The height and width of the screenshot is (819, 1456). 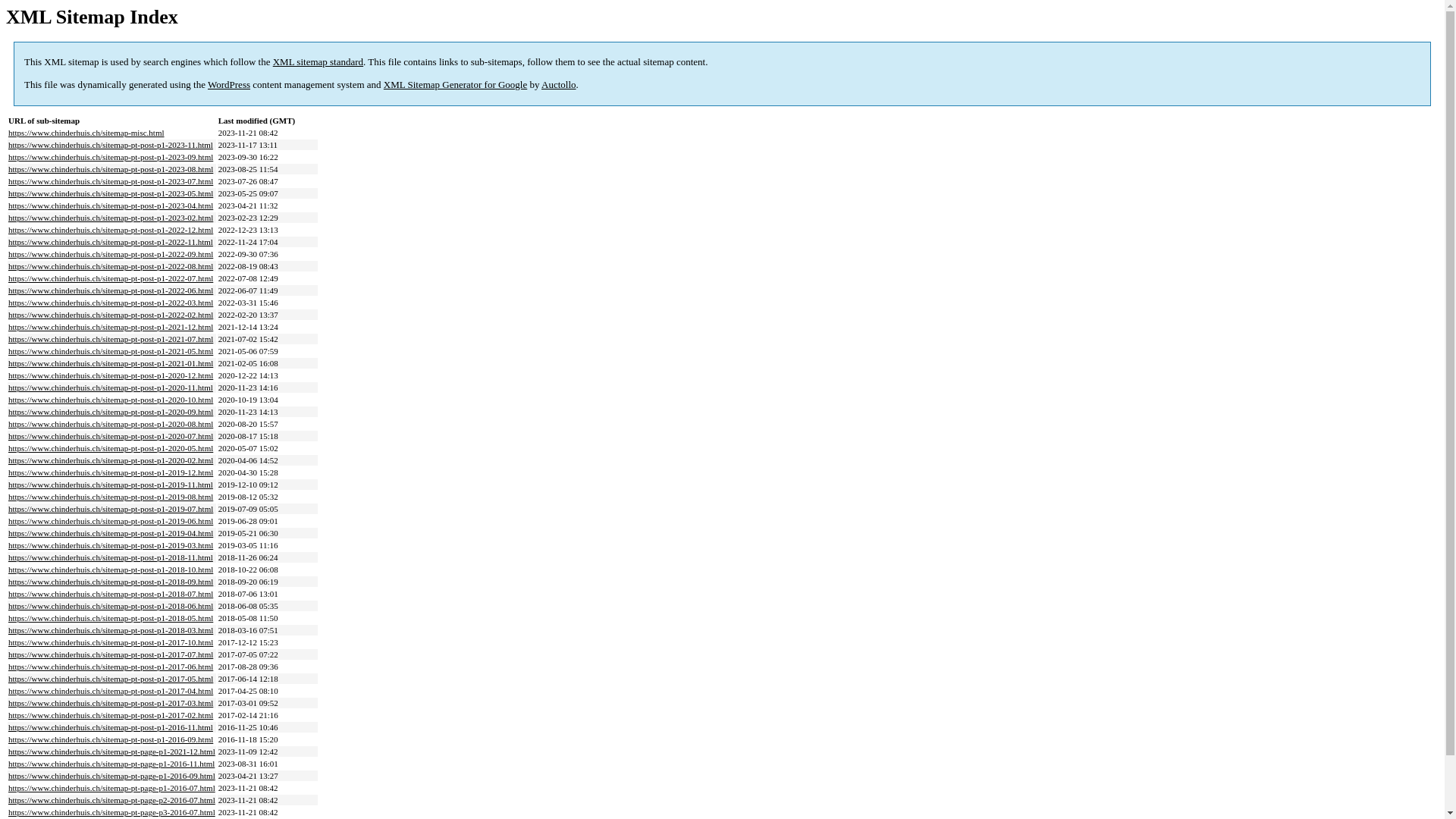 I want to click on 'https://www.chinderhuis.ch/sitemap-pt-post-p1-2022-08.html', so click(x=109, y=265).